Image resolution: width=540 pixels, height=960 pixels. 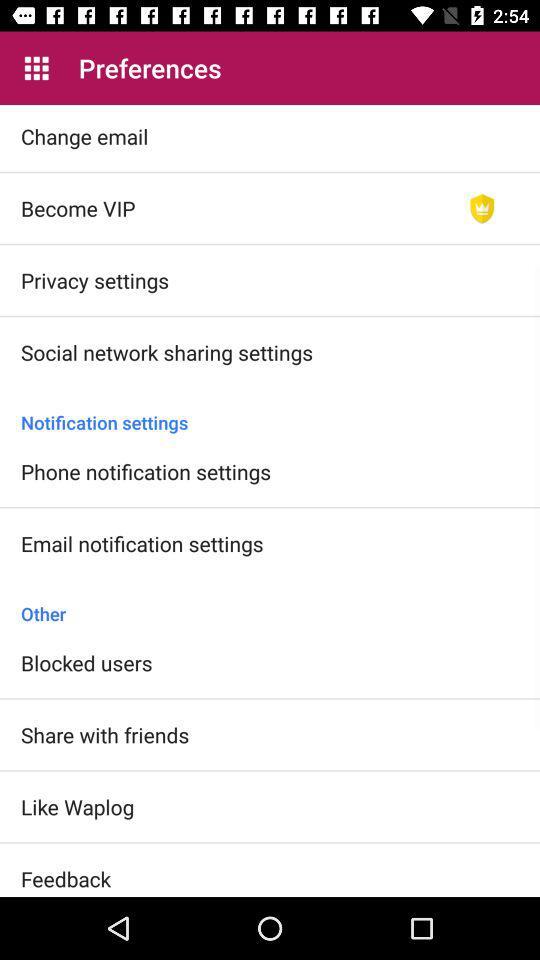 I want to click on icon next to the become vip, so click(x=481, y=208).